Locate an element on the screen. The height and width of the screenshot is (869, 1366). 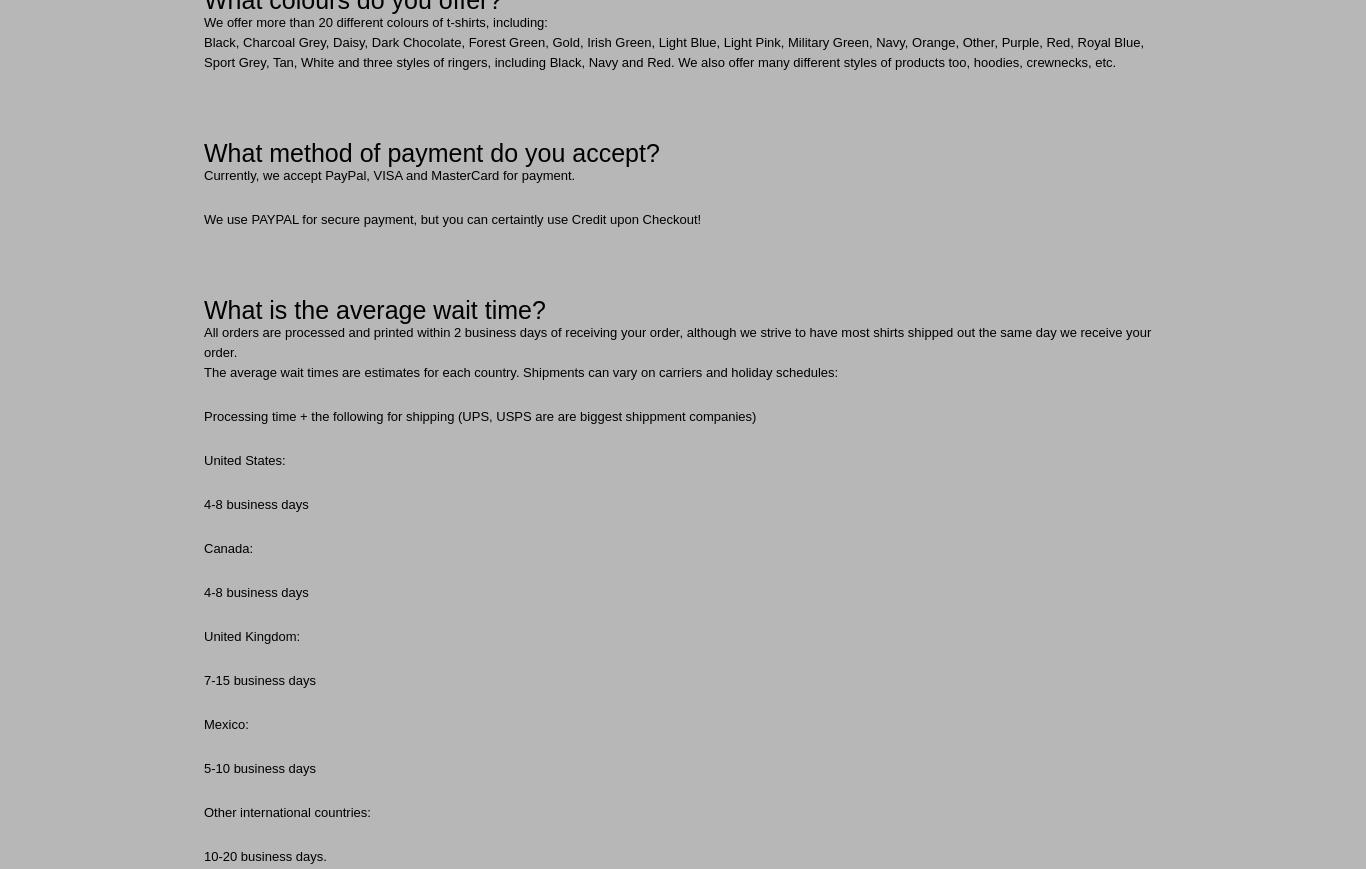
'We use PAYPAL for secure payment, but you can certaintly use Credit upon Checkout!' is located at coordinates (451, 218).